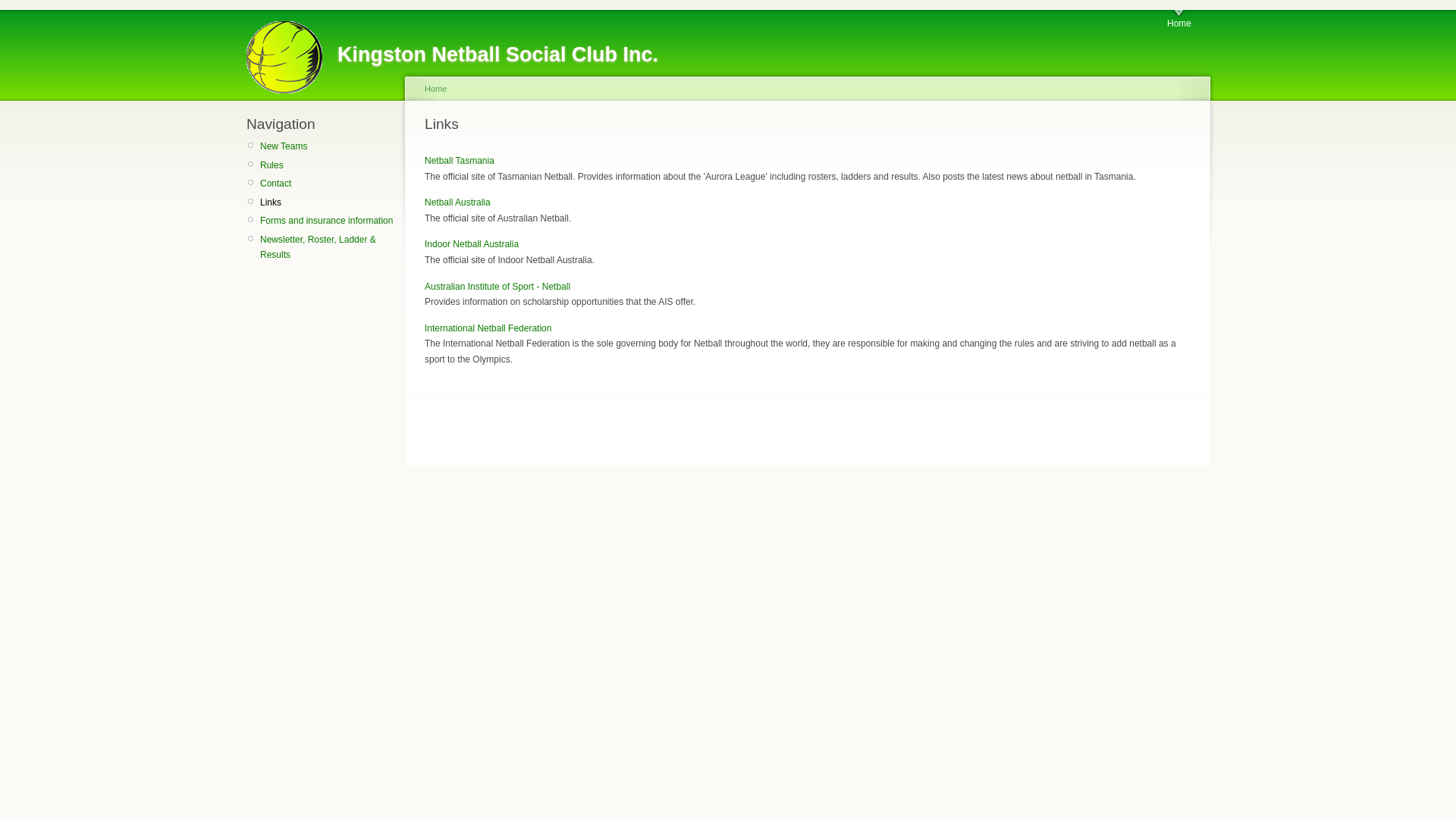 Image resolution: width=1456 pixels, height=819 pixels. What do you see at coordinates (1166, 20) in the screenshot?
I see `'Home'` at bounding box center [1166, 20].